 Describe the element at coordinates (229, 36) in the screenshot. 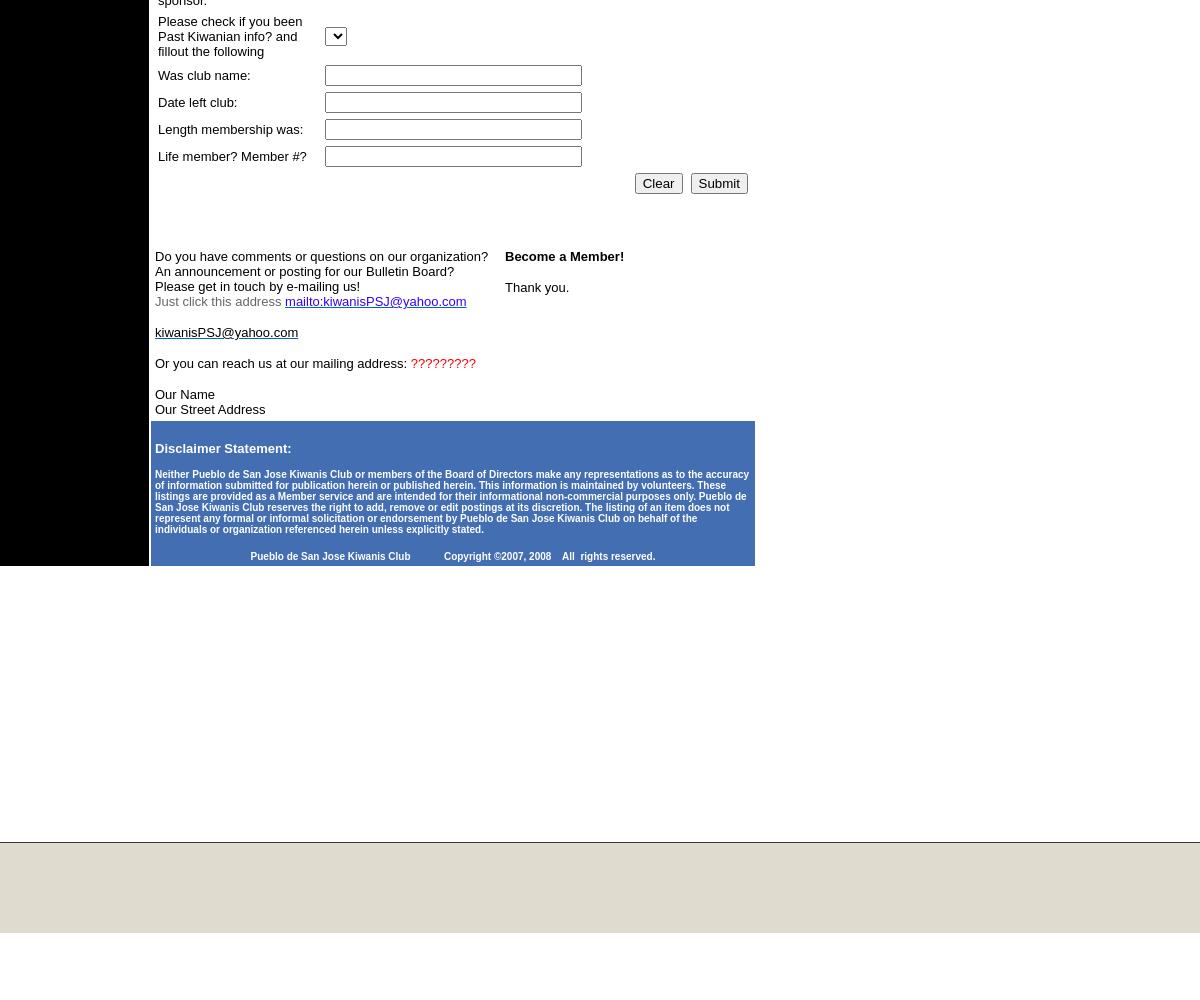

I see `'Please check if you been Past Kiwanian info? and fillout
                              the following'` at that location.